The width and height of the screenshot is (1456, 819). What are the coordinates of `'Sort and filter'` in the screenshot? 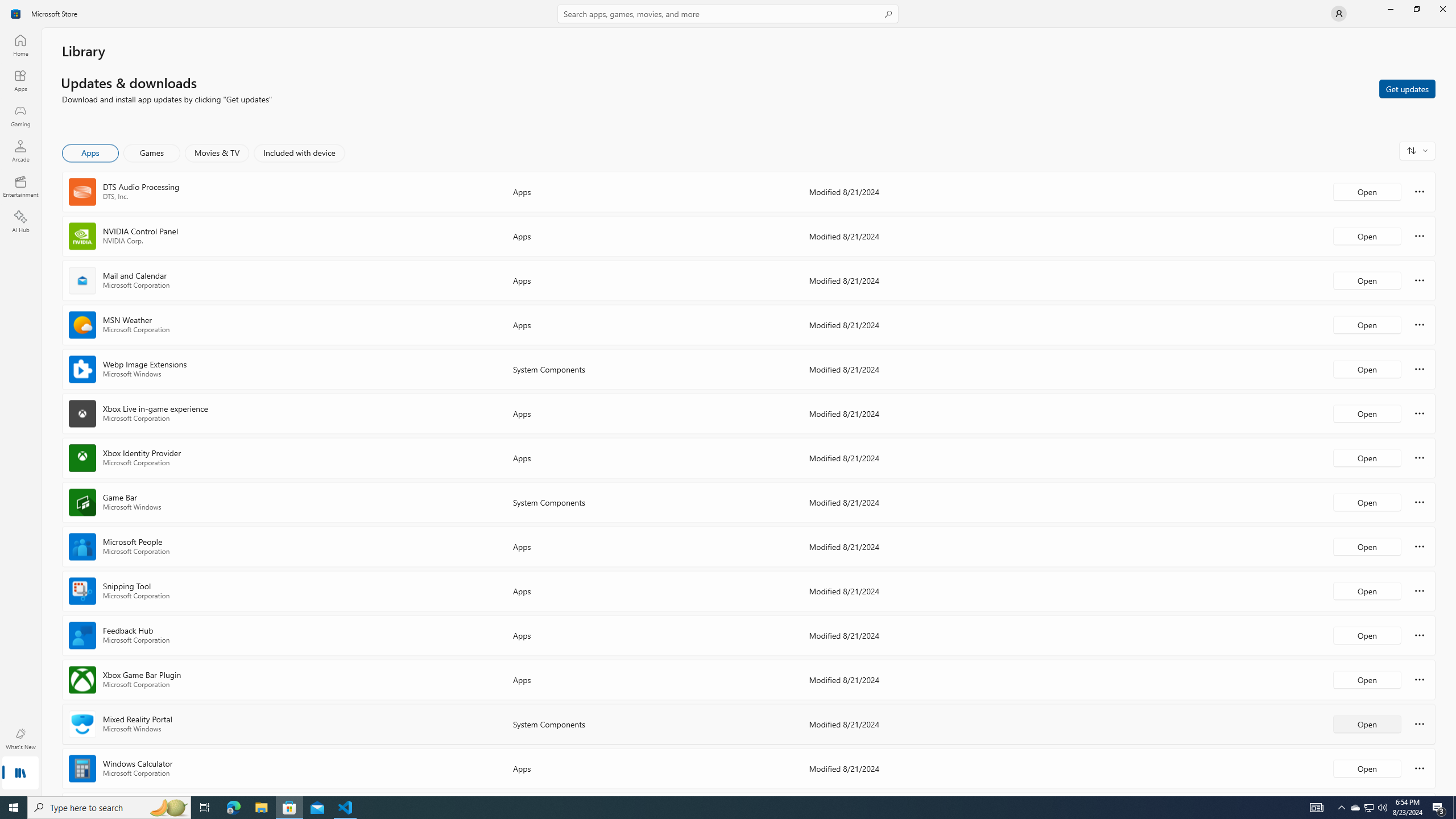 It's located at (1417, 150).